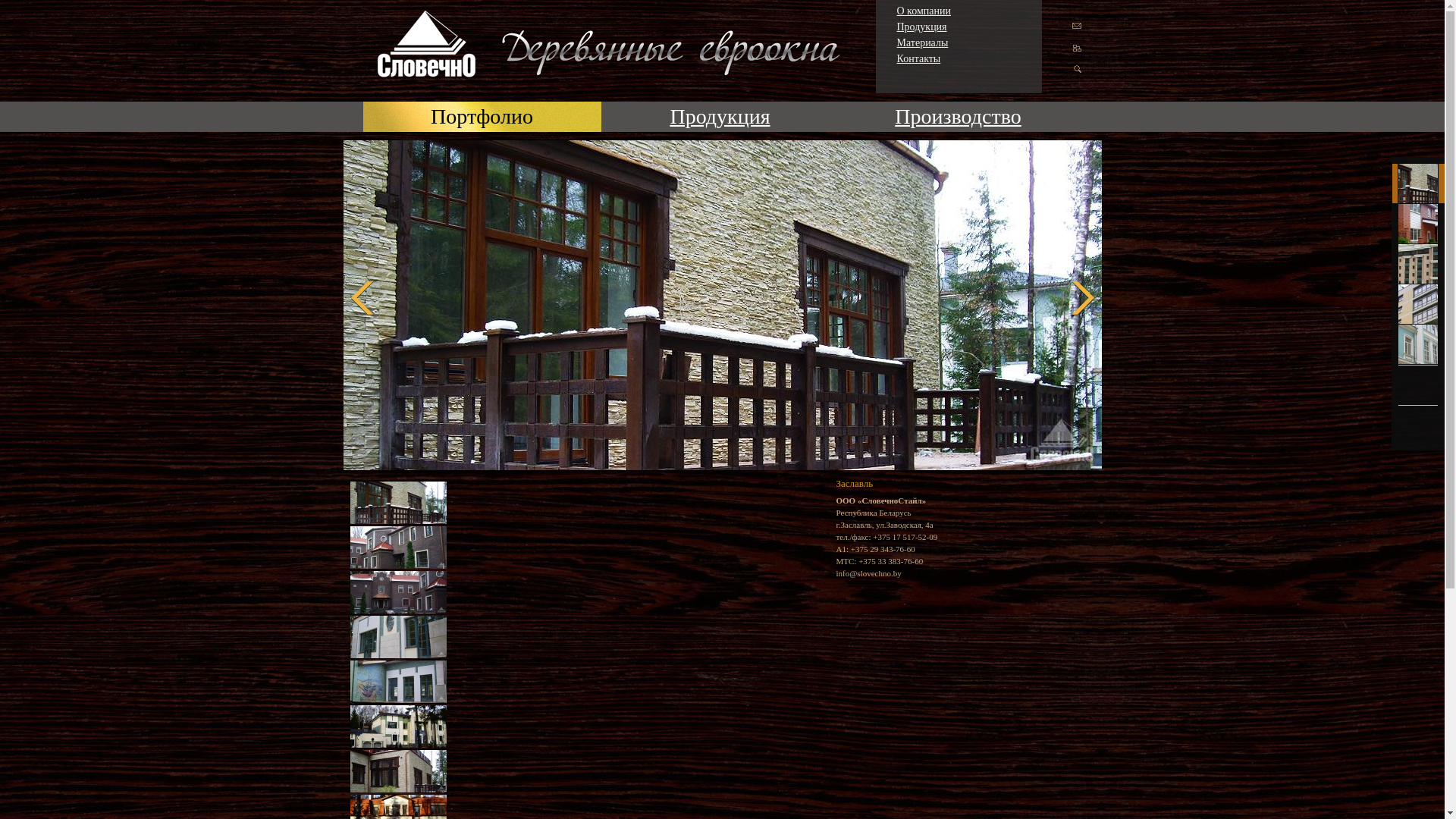  Describe the element at coordinates (868, 573) in the screenshot. I see `'info@slovechno.by'` at that location.